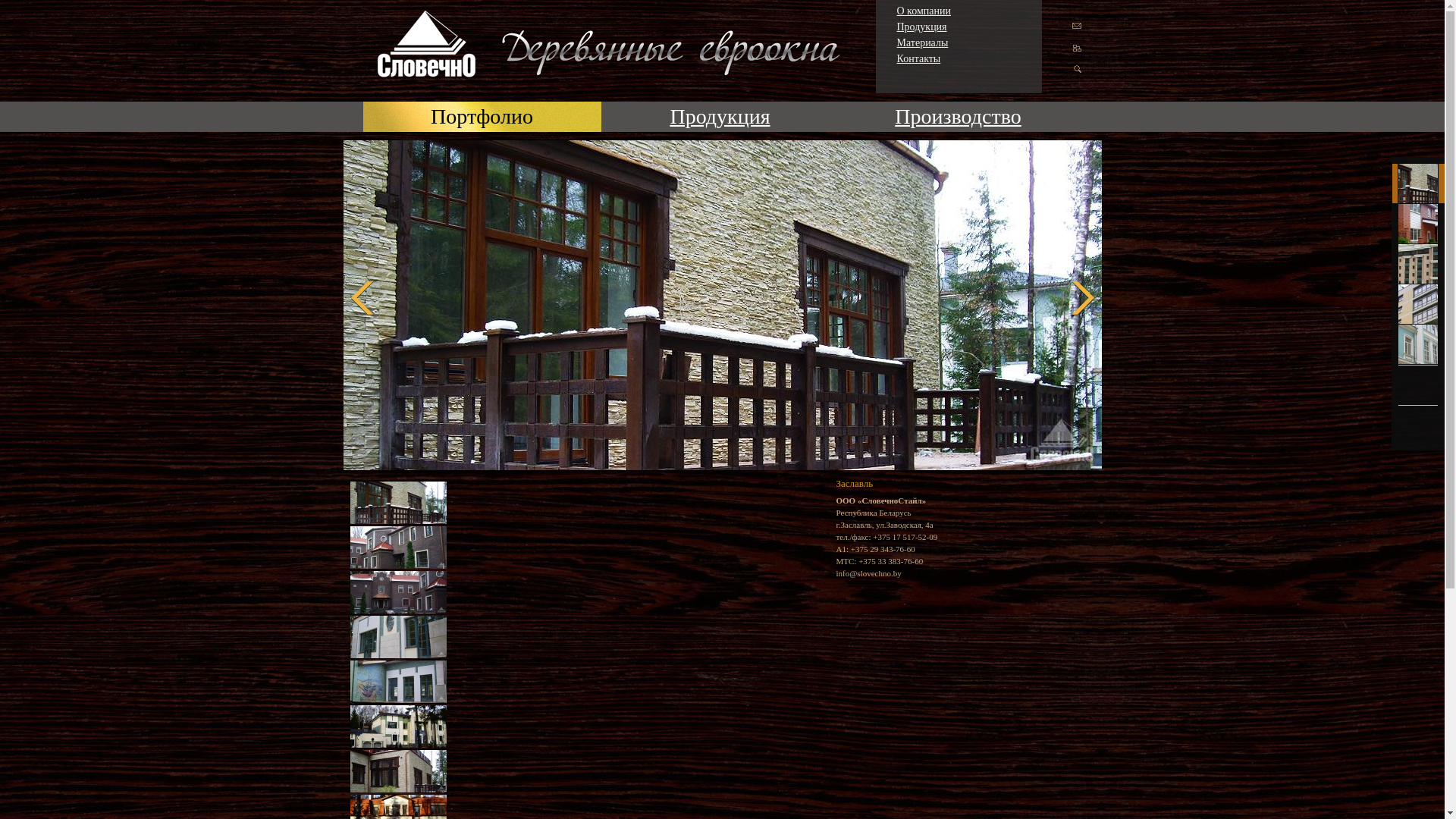  Describe the element at coordinates (868, 573) in the screenshot. I see `'info@slovechno.by'` at that location.